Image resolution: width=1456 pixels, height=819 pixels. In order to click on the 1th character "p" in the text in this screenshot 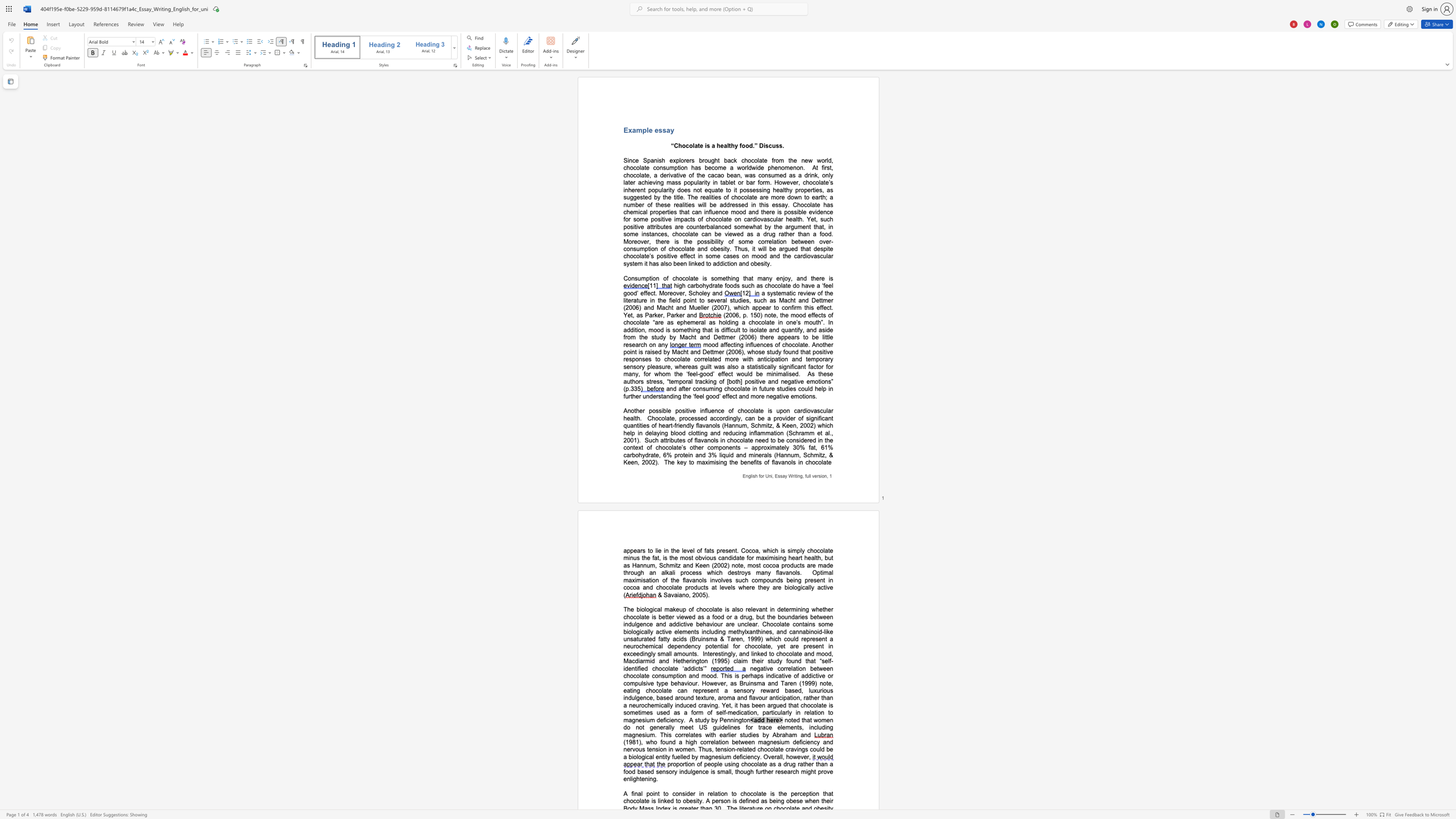, I will do `click(643, 129)`.